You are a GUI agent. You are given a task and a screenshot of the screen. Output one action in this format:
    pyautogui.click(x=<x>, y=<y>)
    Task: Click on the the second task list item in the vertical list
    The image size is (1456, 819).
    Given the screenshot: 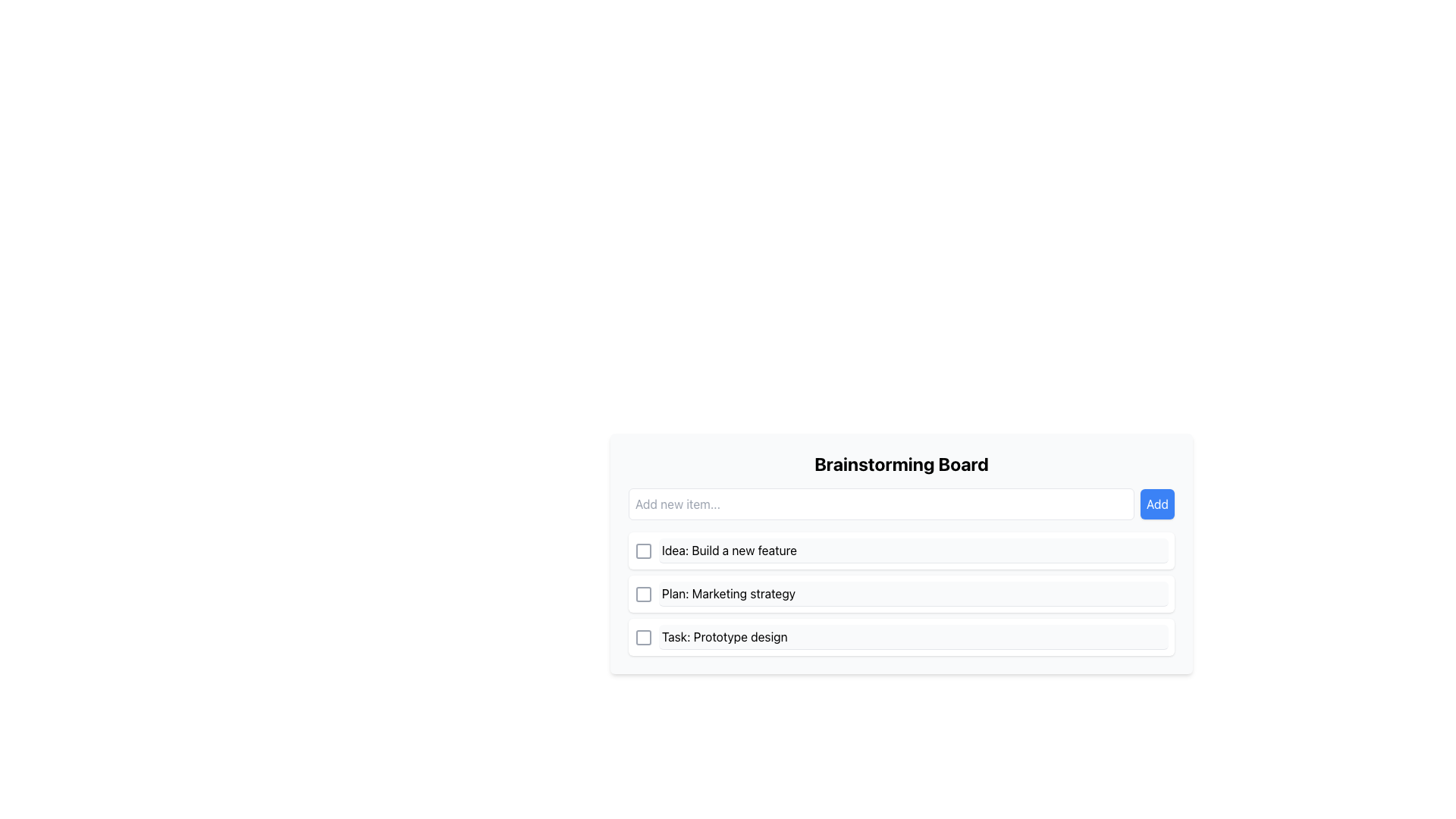 What is the action you would take?
    pyautogui.click(x=902, y=593)
    